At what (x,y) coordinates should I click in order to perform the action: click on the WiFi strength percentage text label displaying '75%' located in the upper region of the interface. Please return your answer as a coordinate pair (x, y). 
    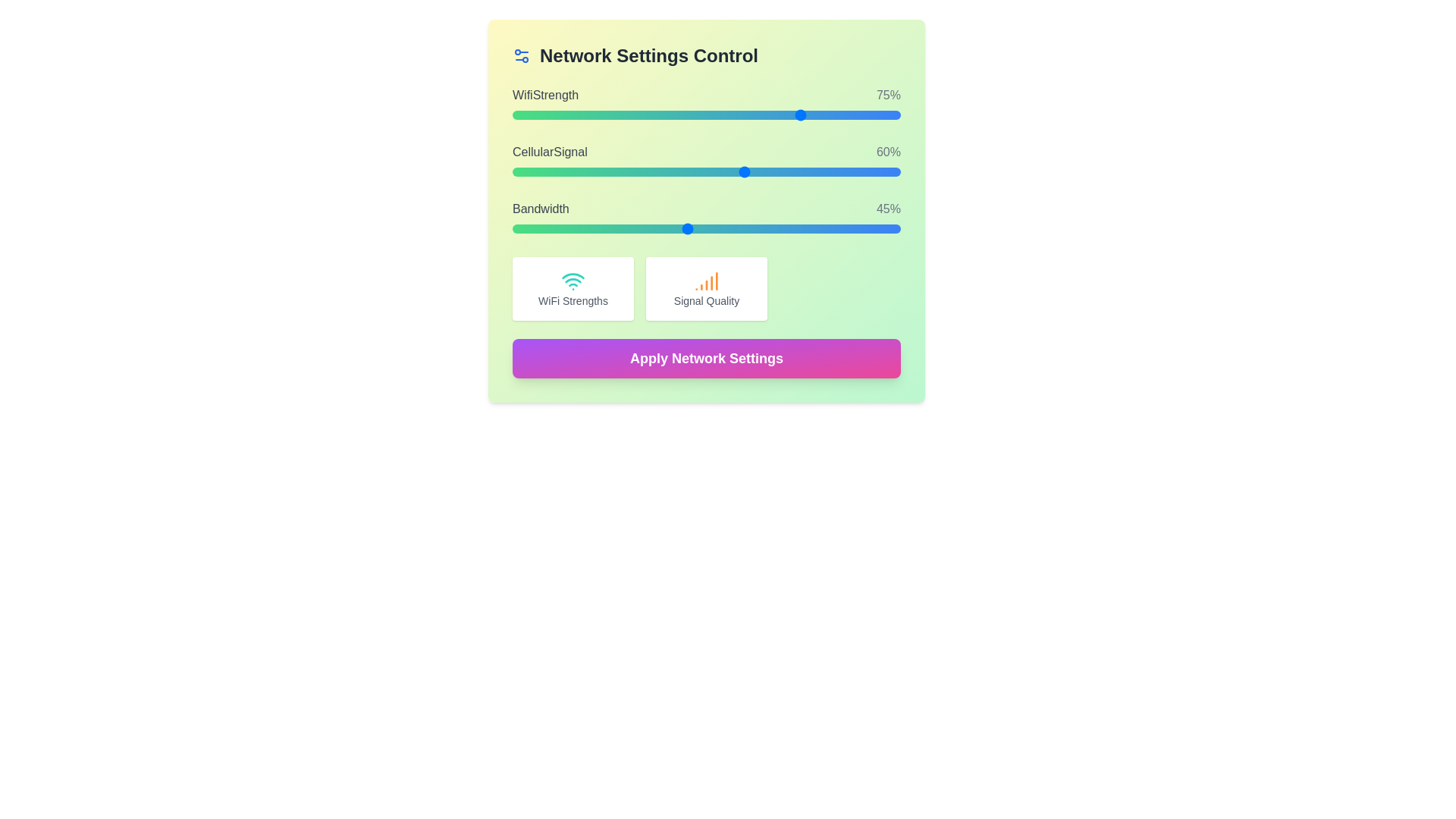
    Looking at the image, I should click on (888, 96).